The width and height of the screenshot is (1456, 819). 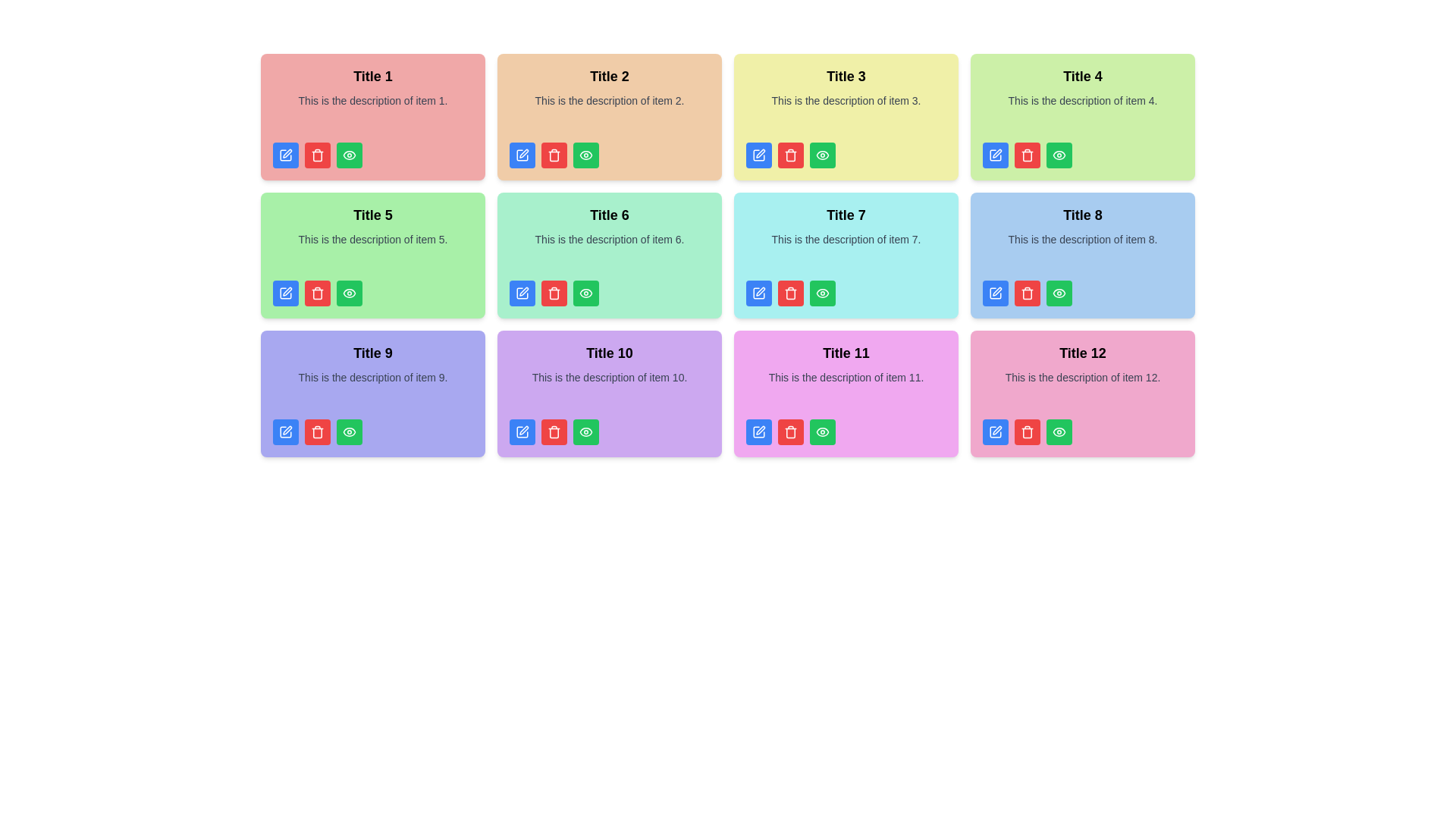 I want to click on text from the bold, large-text title labeled 'Title 12' displayed in black font at the top of the pink card located at the bottom-right corner of the grid layout, so click(x=1082, y=353).